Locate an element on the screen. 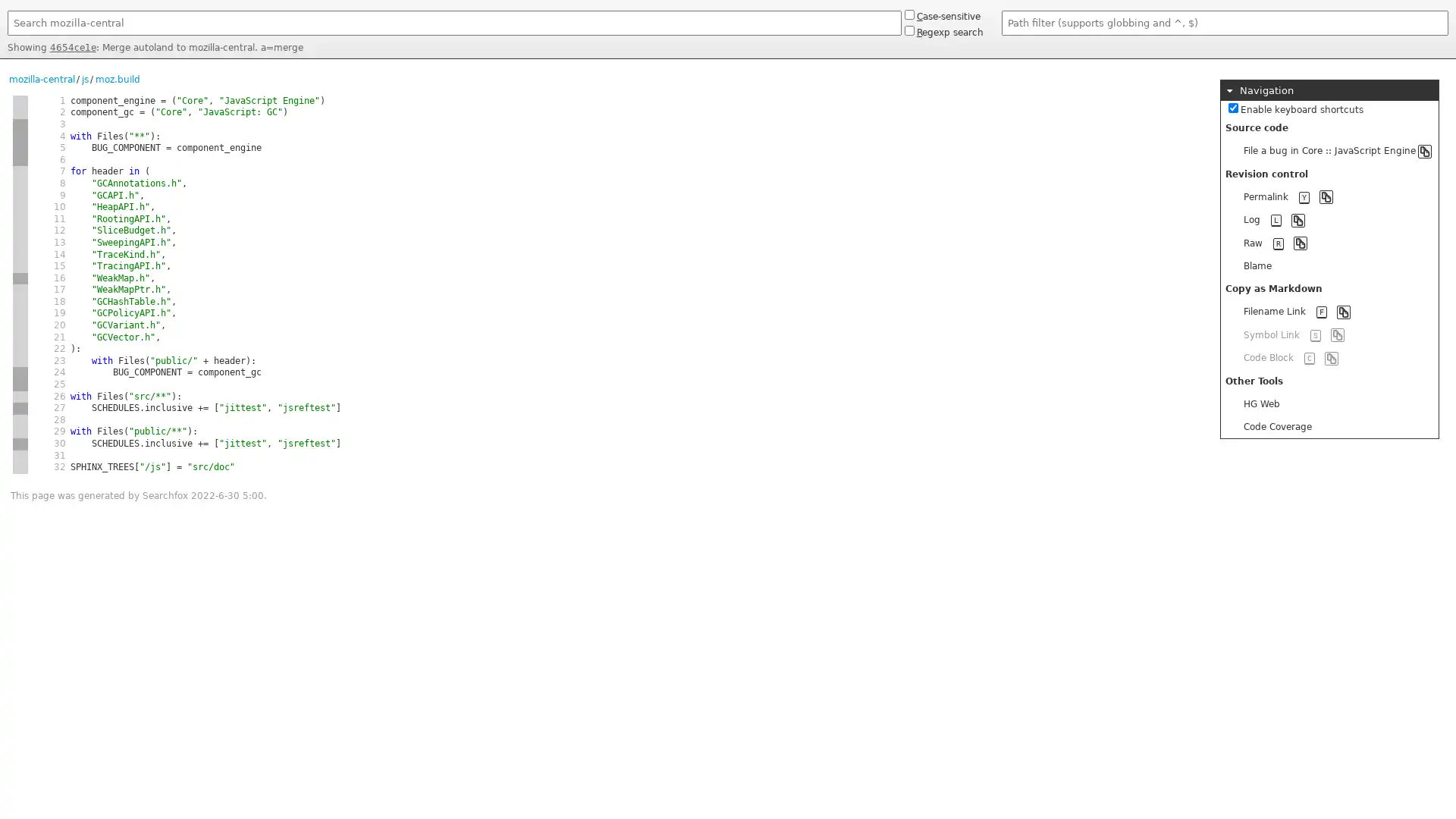  same hash 1 is located at coordinates (20, 207).